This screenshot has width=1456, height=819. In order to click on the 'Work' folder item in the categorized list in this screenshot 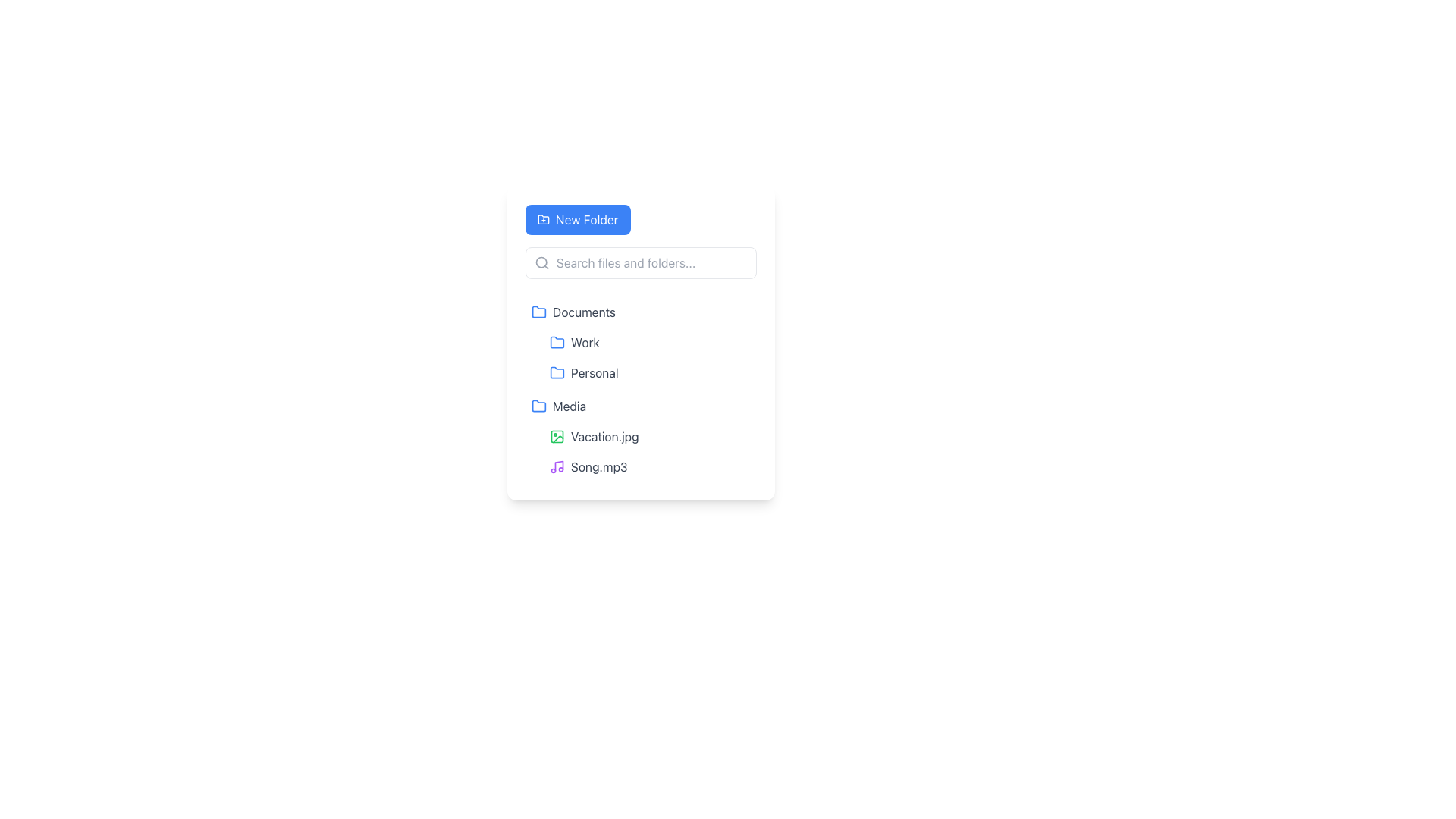, I will do `click(650, 342)`.